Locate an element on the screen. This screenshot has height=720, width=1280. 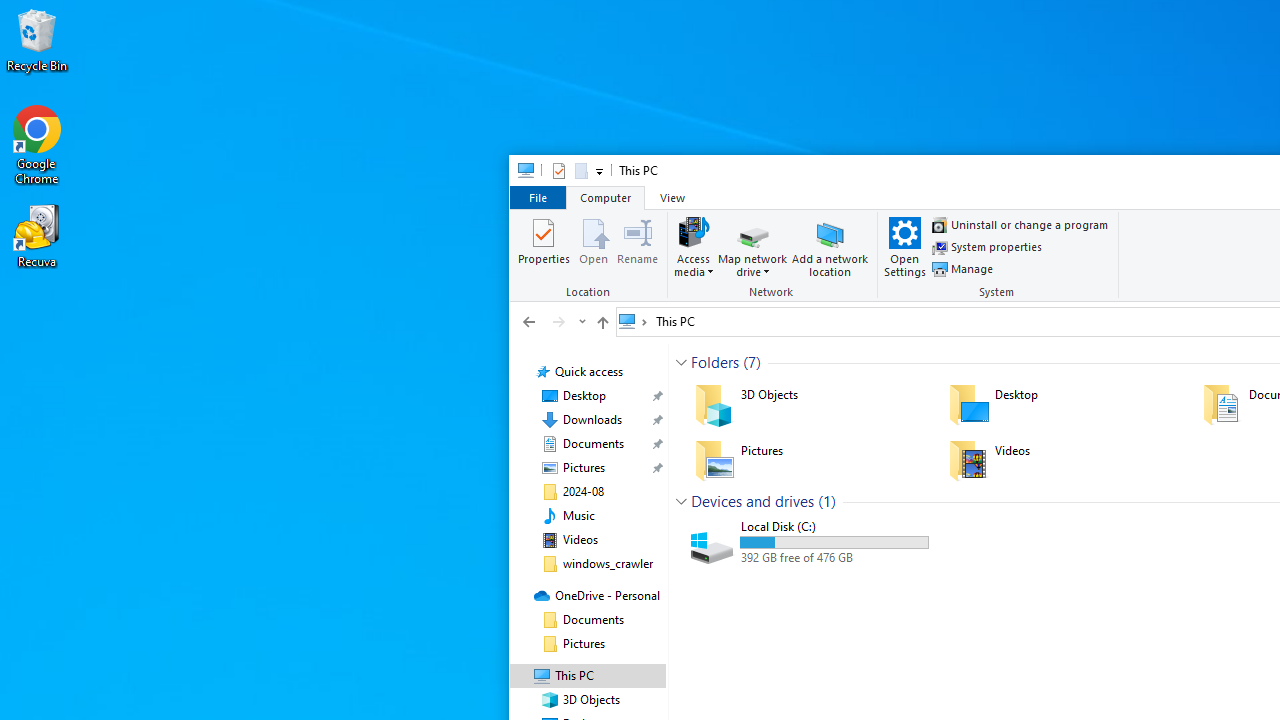
'Map network drive' is located at coordinates (751, 265).